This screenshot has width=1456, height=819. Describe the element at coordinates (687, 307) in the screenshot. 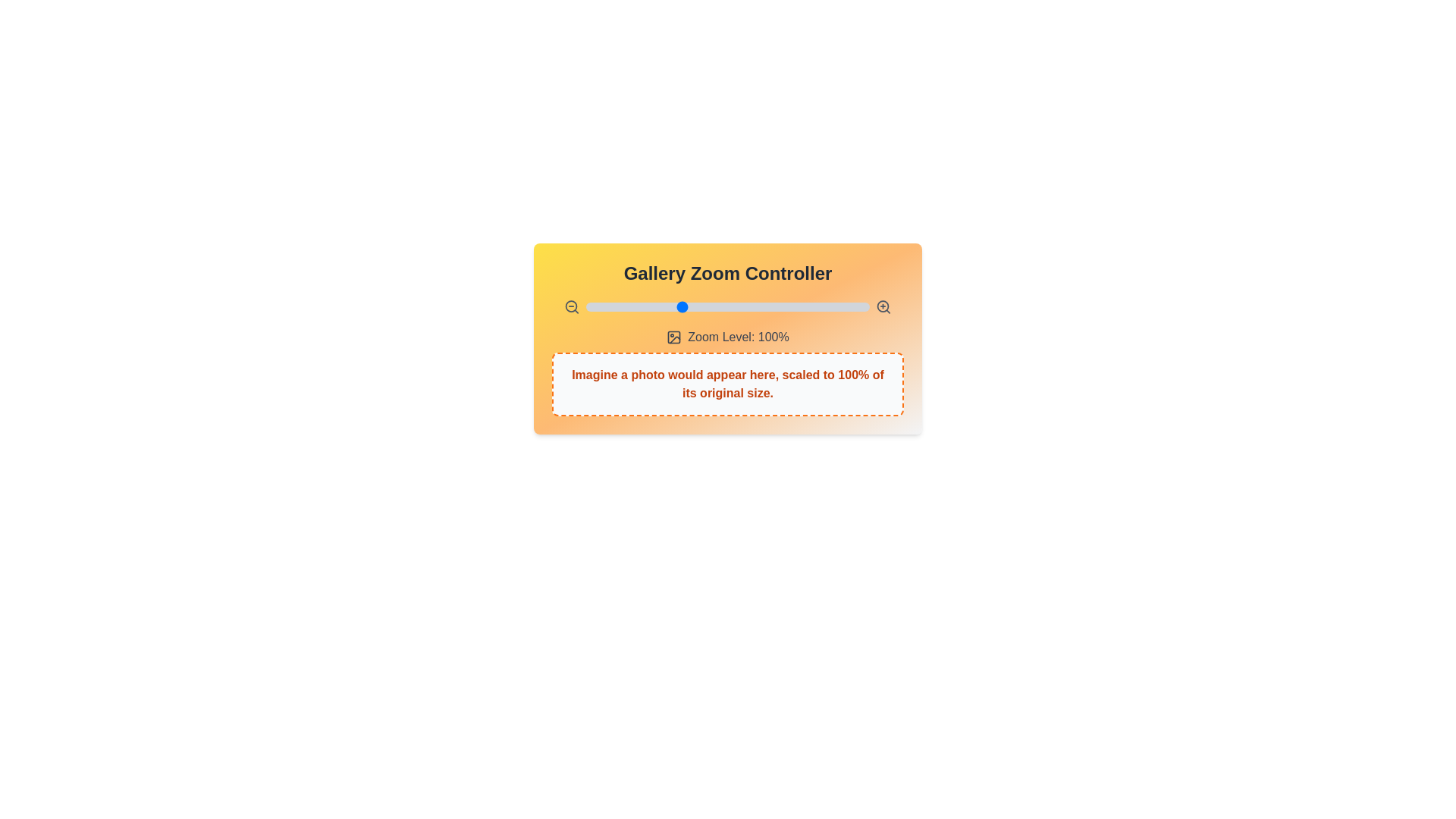

I see `the zoom level to 104% by interacting with the slider` at that location.